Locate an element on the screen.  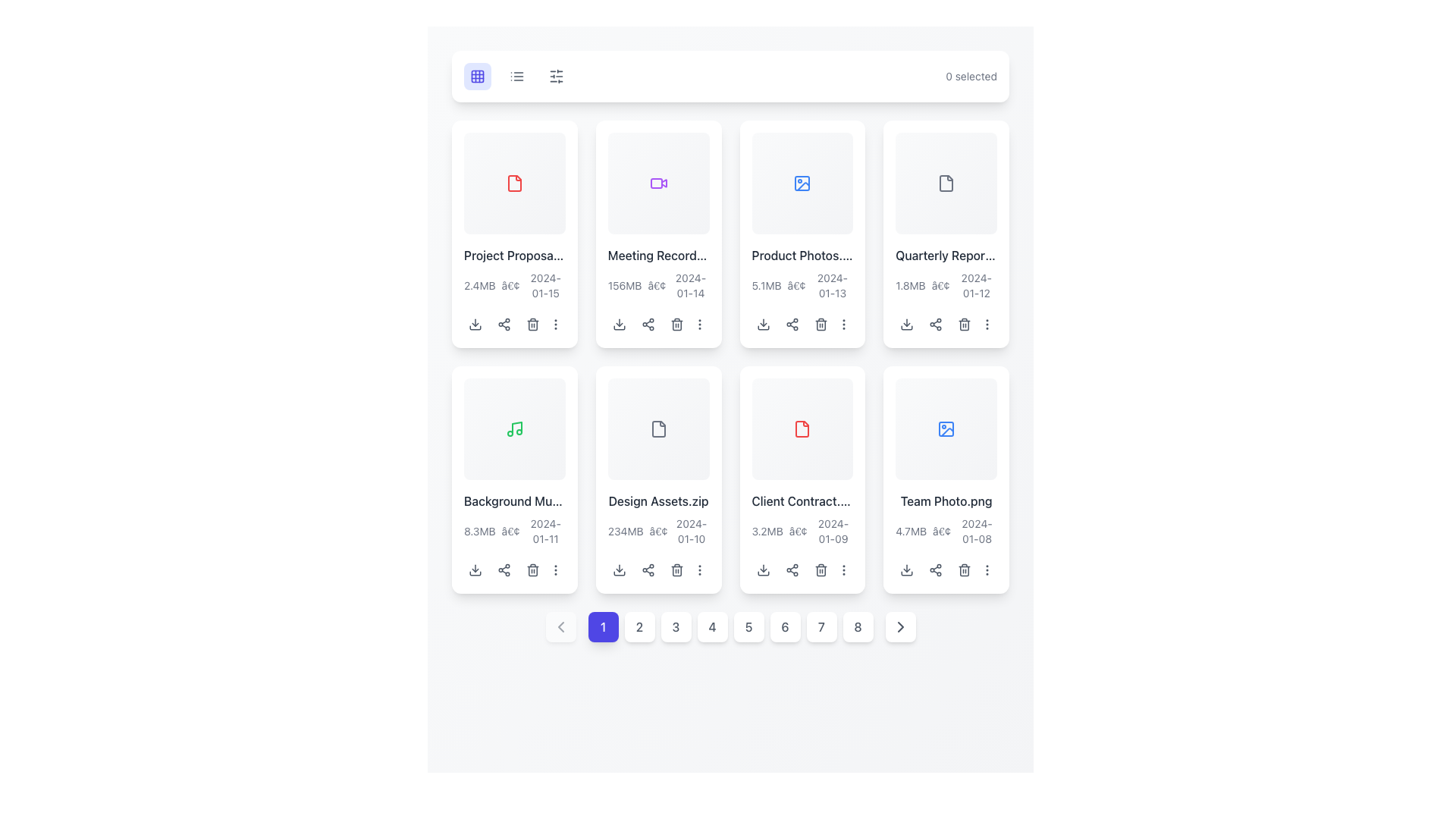
the leftmost icon in the toolbar that resembles horizontal sliders to trigger a tooltip if available is located at coordinates (556, 76).